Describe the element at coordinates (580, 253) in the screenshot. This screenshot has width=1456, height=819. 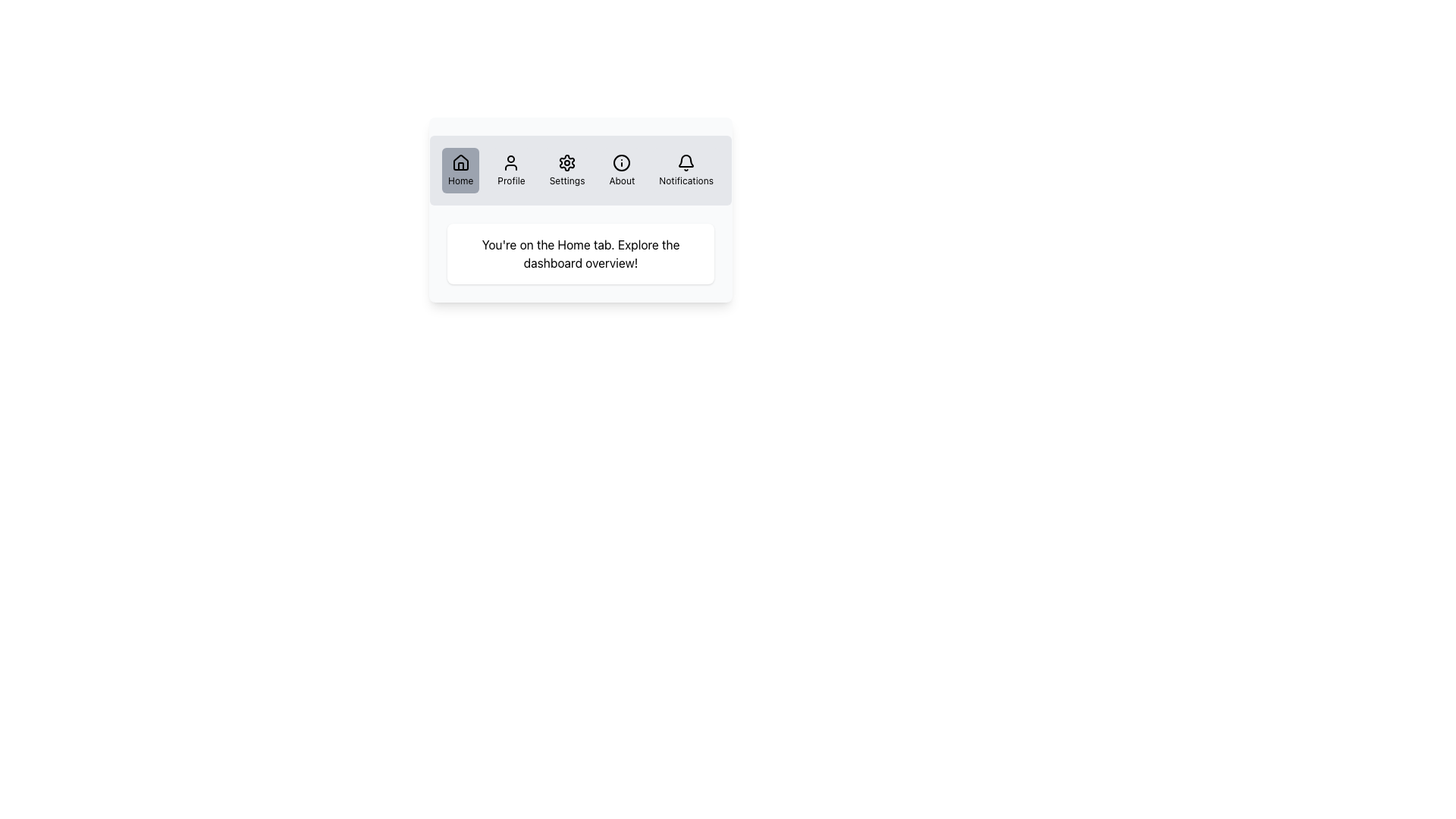
I see `the Informative Text Box displaying the message "You're on the Home tab. Explore the dashboard overview!" which is centrally located within a card structure under the navigation section` at that location.